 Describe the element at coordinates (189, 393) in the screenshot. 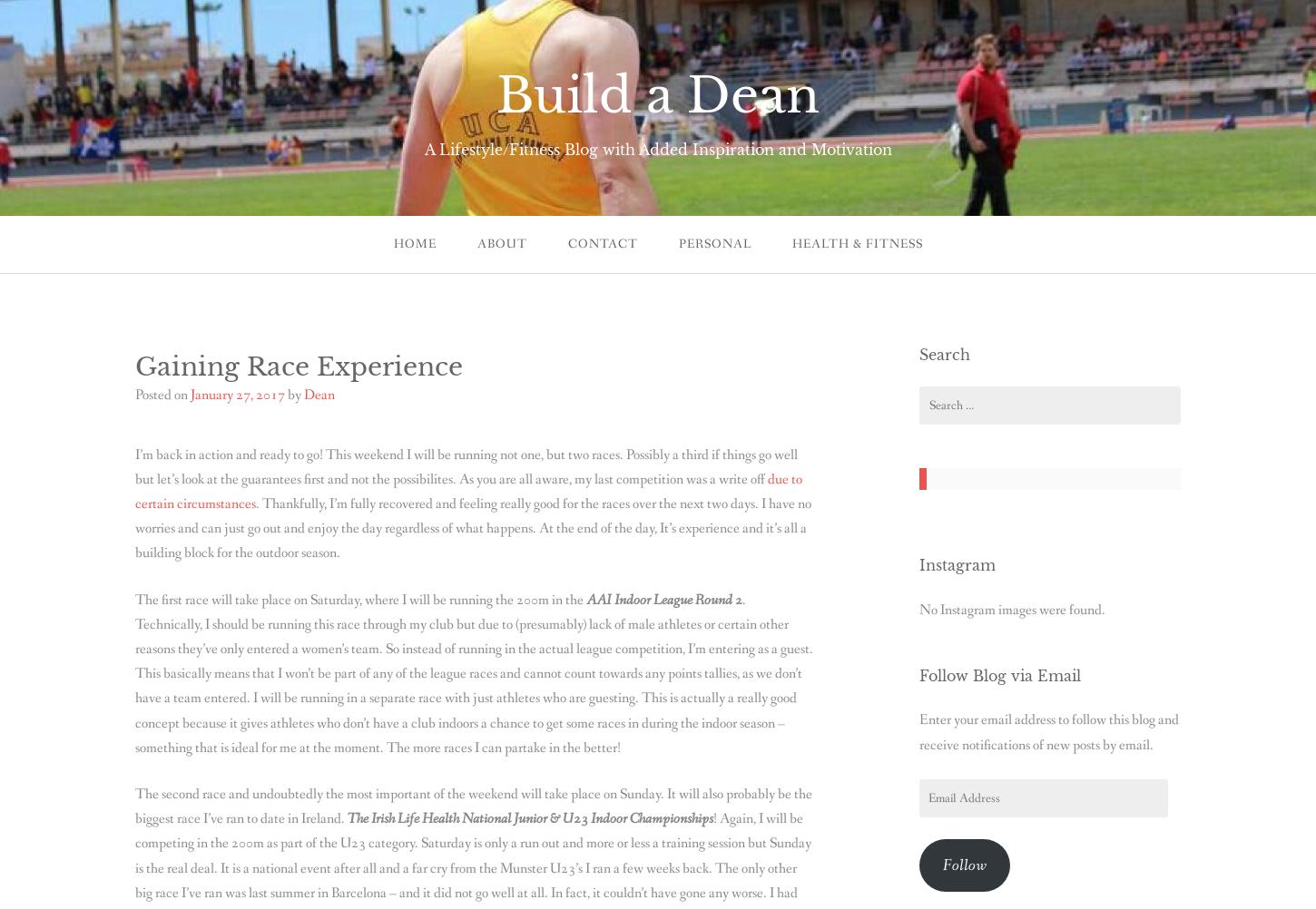

I see `'January 27, 2017'` at that location.